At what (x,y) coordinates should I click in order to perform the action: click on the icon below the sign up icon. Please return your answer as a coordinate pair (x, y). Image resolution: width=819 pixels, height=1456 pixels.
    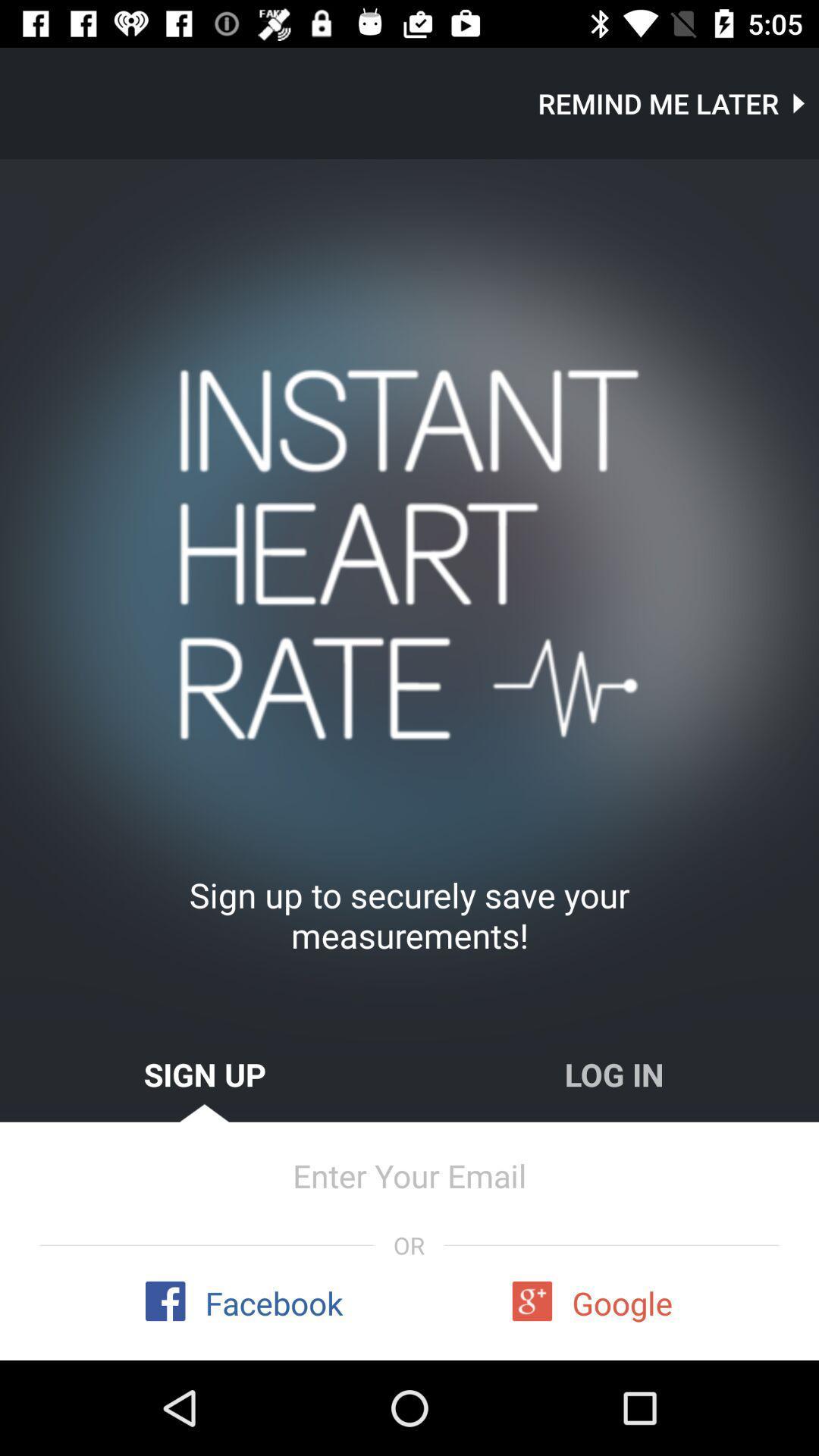
    Looking at the image, I should click on (409, 1175).